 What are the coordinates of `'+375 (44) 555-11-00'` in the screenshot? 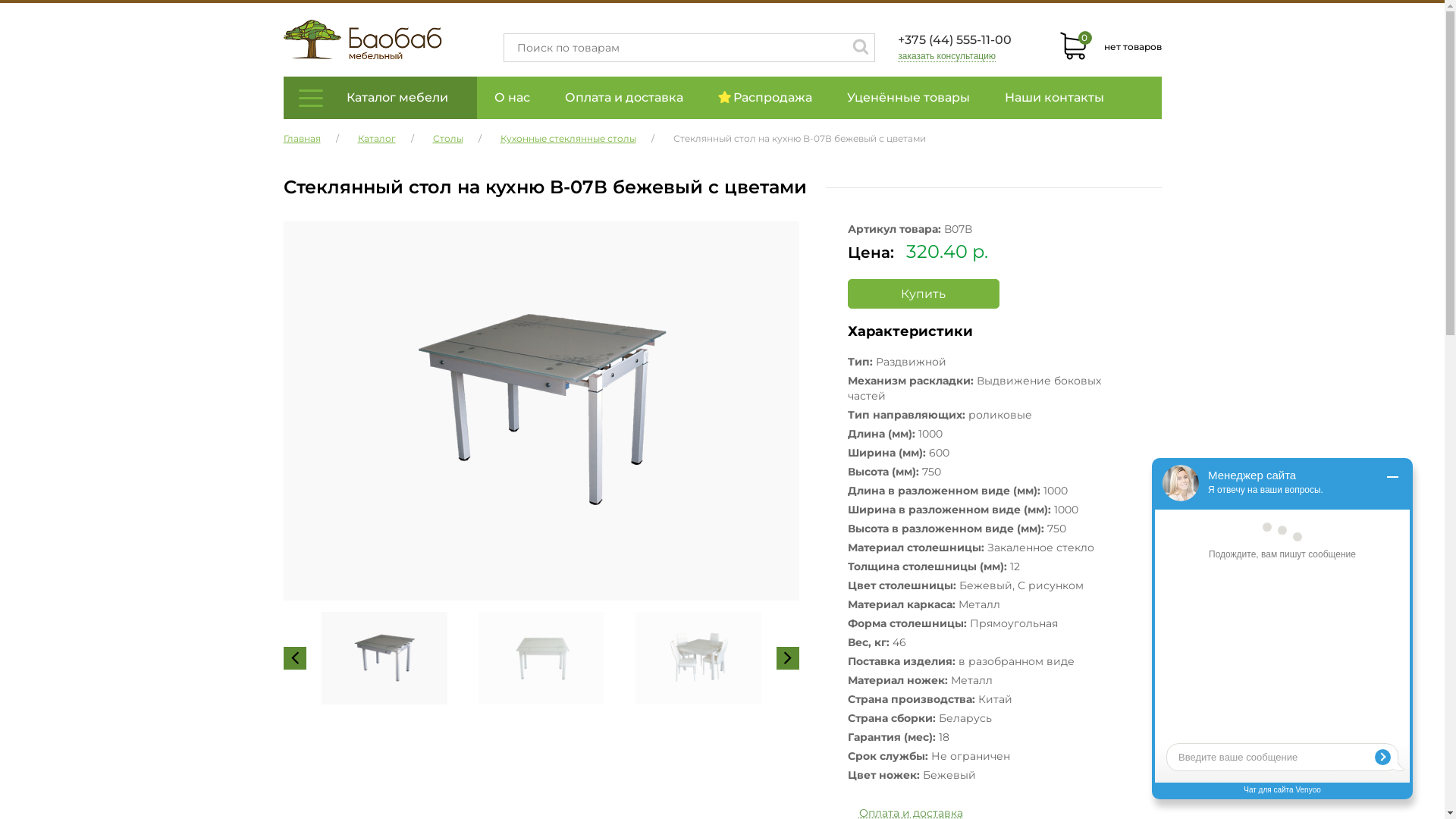 It's located at (898, 38).